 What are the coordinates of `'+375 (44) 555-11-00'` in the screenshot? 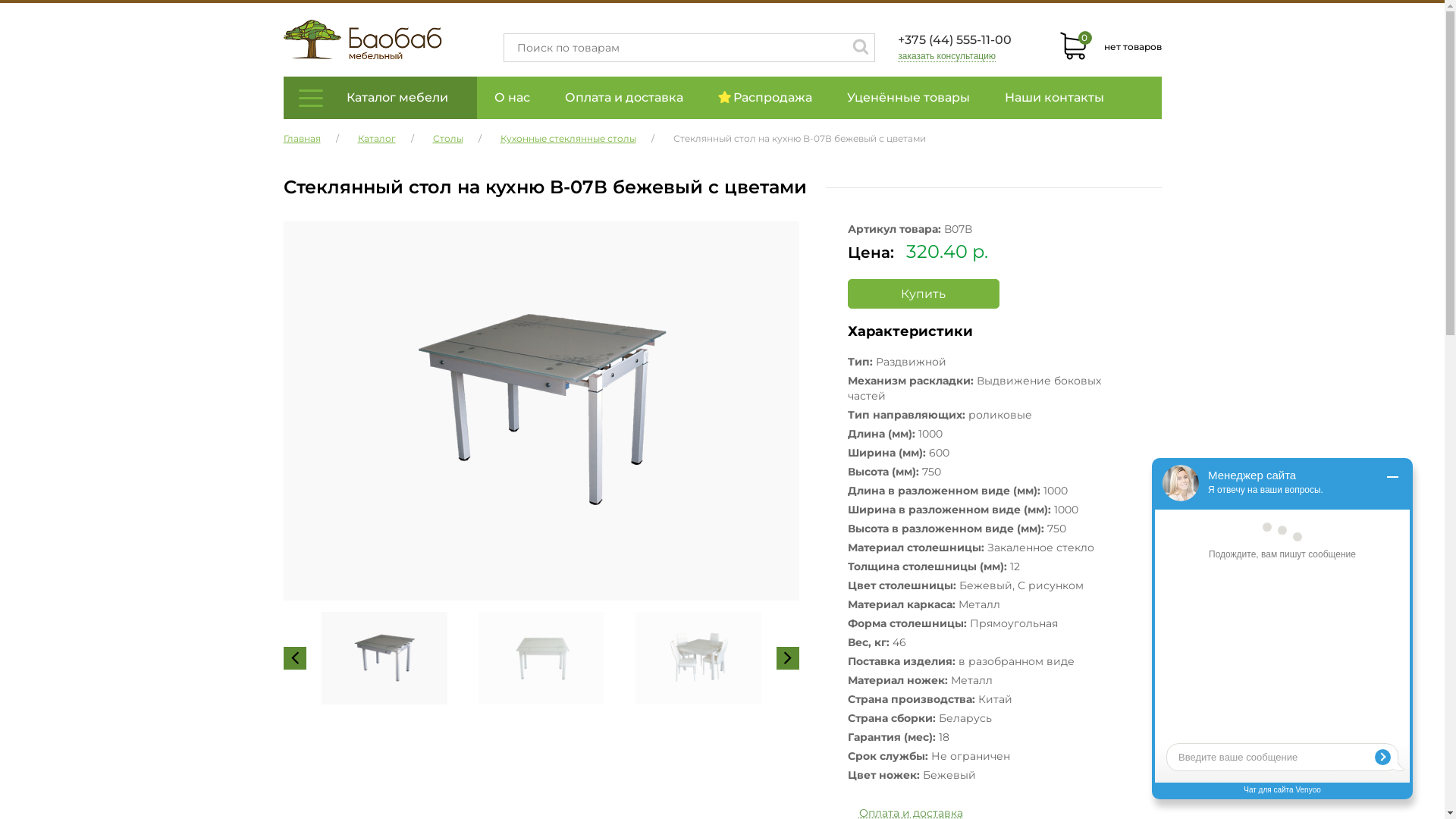 It's located at (898, 38).